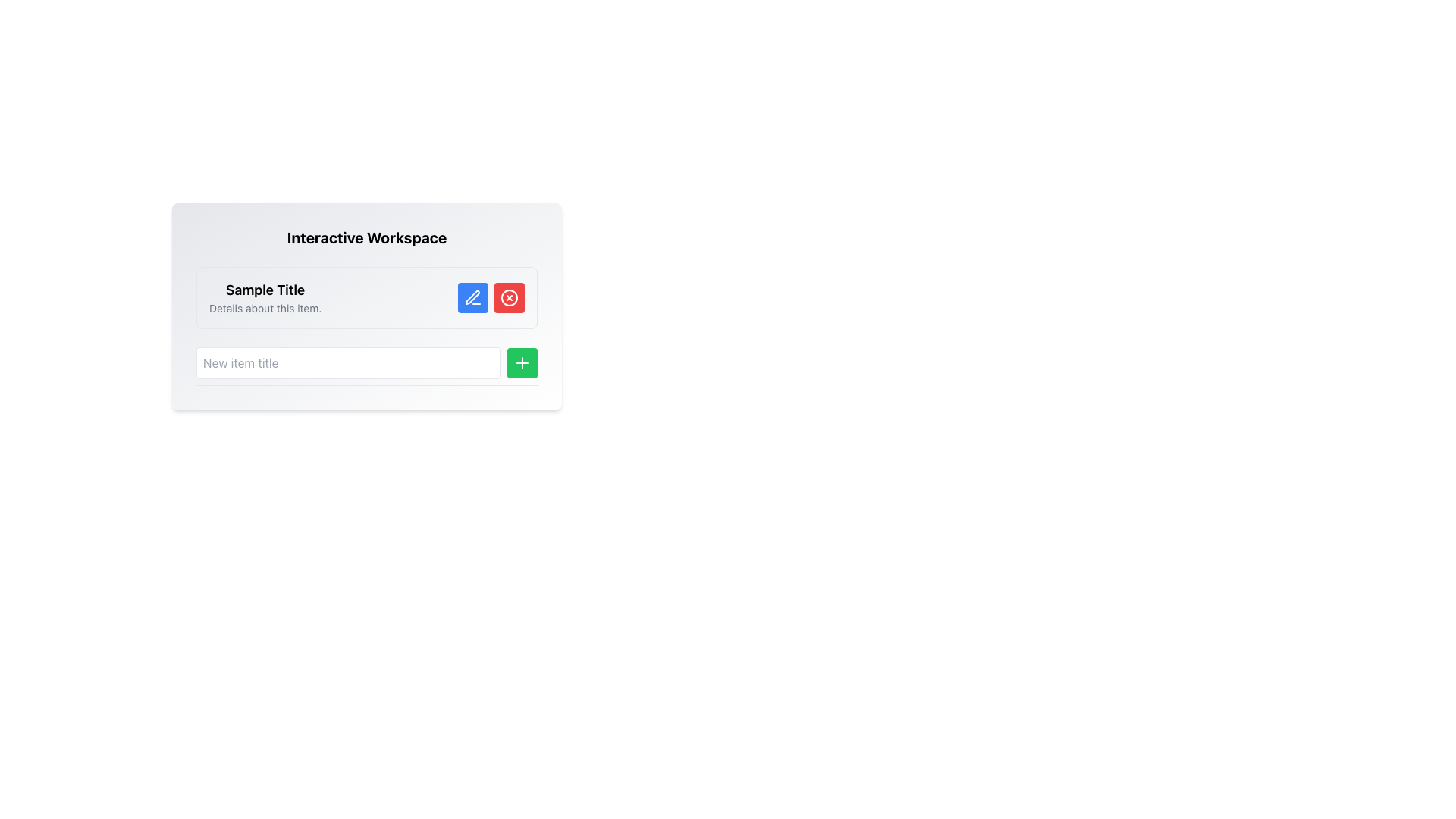 This screenshot has height=819, width=1456. I want to click on the green button with a white plus icon, located on the right side of the 'New item title' input field, so click(522, 362).